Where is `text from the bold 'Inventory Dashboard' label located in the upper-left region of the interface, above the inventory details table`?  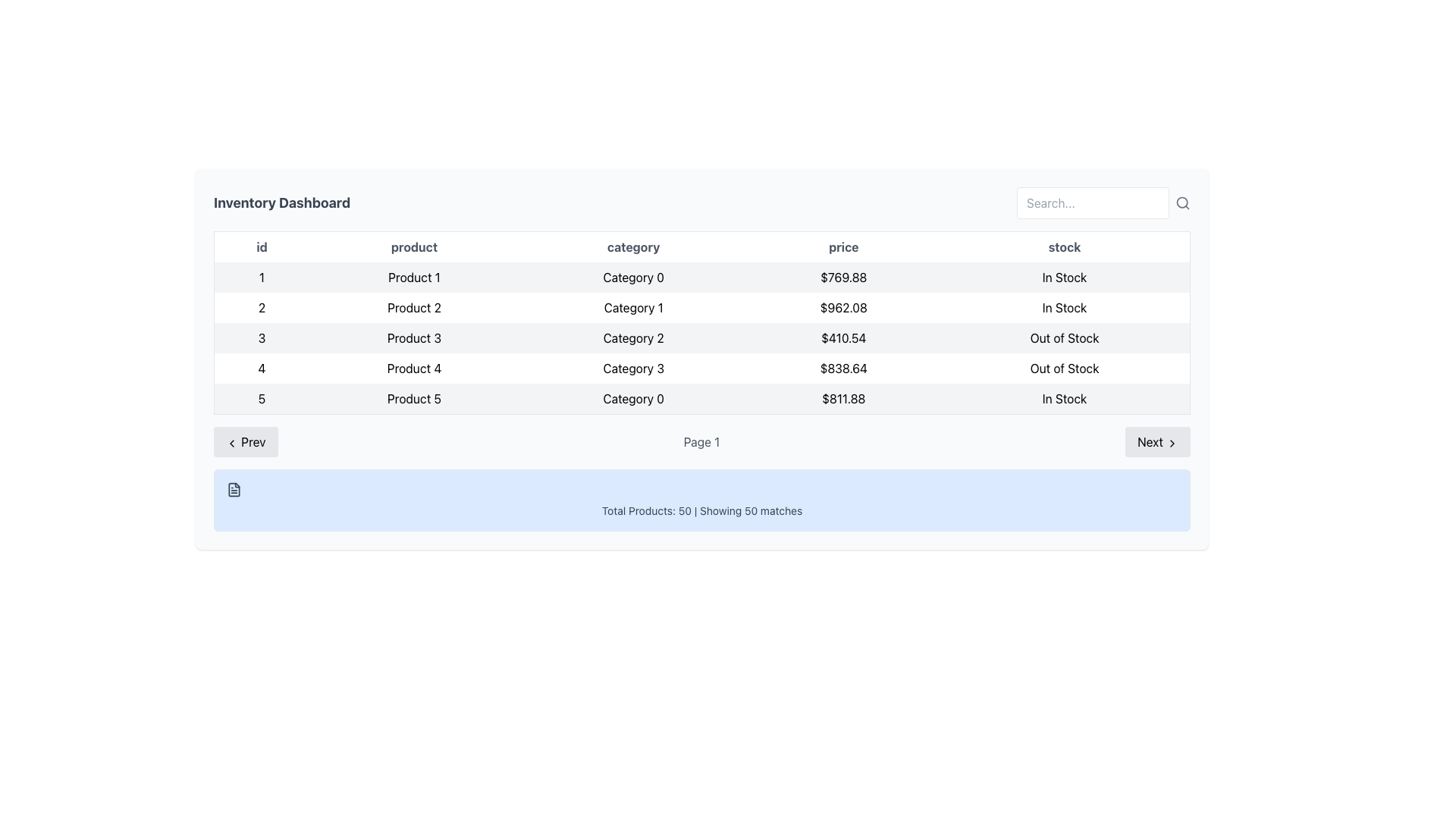
text from the bold 'Inventory Dashboard' label located in the upper-left region of the interface, above the inventory details table is located at coordinates (282, 202).